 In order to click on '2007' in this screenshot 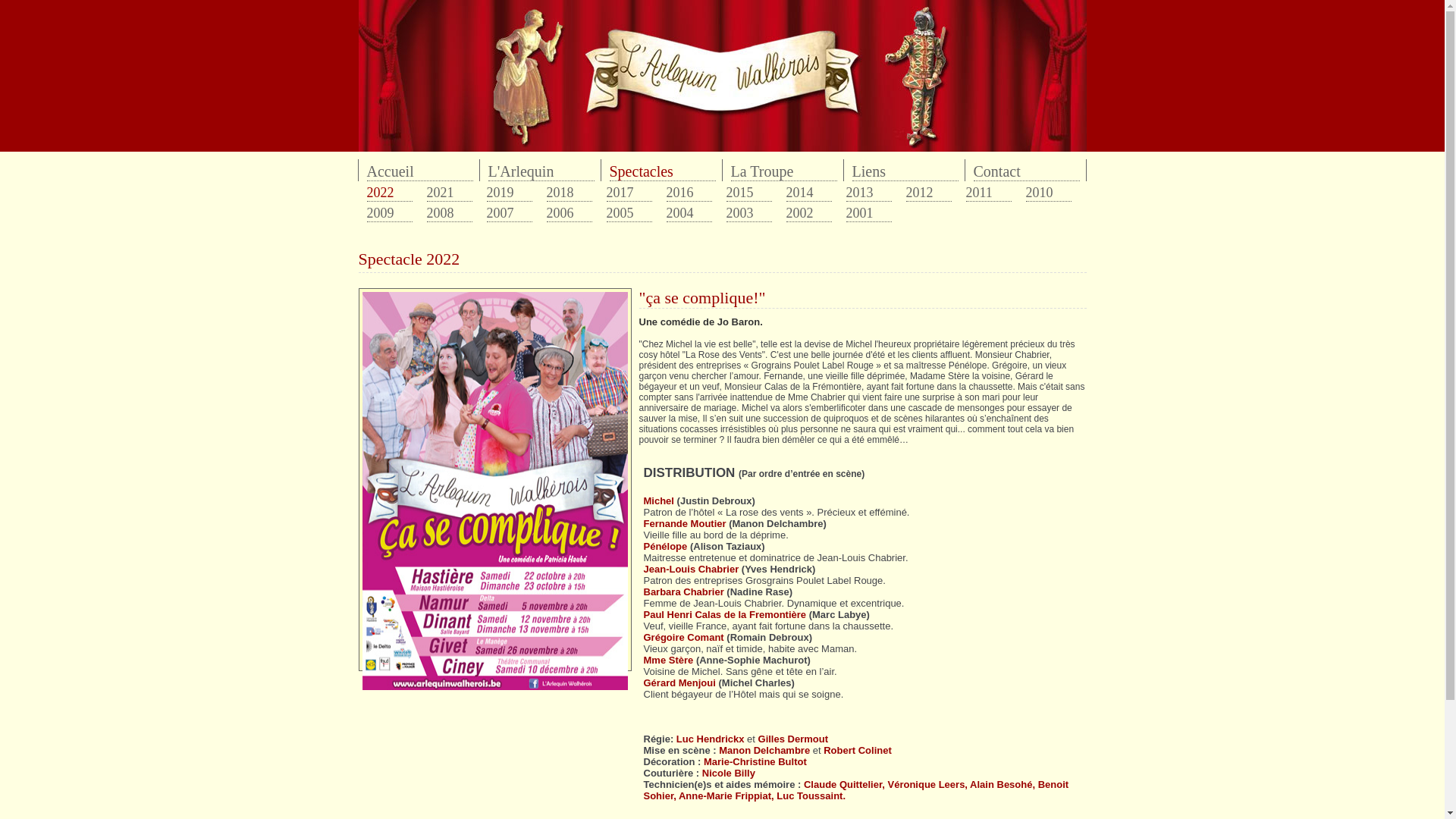, I will do `click(510, 213)`.